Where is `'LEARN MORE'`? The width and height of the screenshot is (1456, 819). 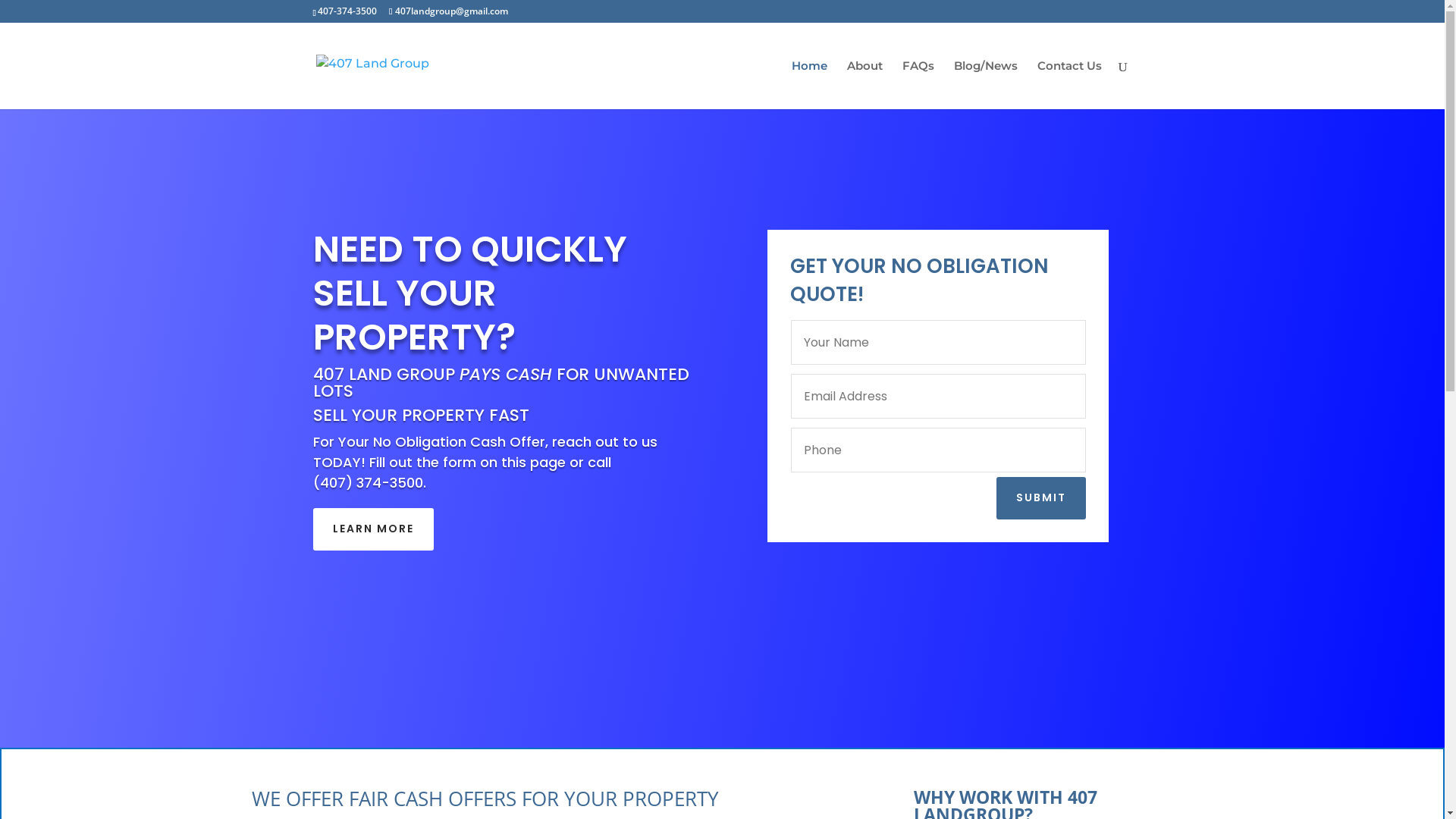 'LEARN MORE' is located at coordinates (372, 529).